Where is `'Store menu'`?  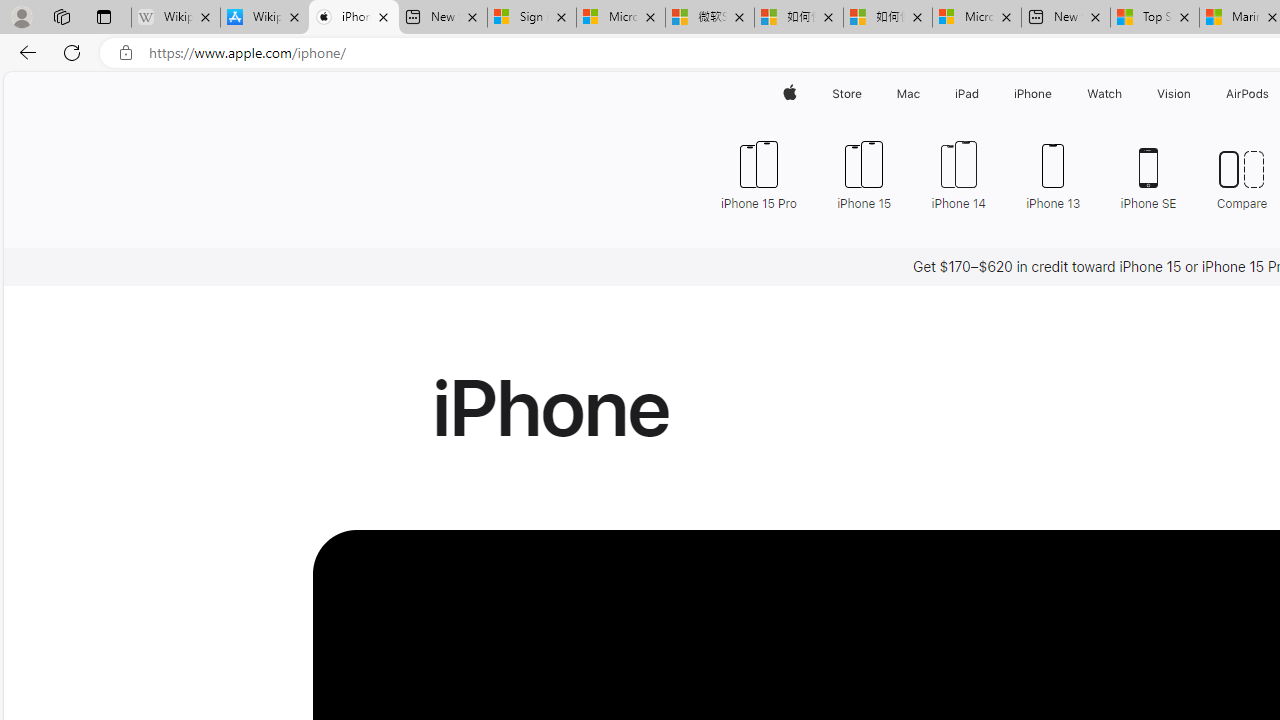 'Store menu' is located at coordinates (865, 93).